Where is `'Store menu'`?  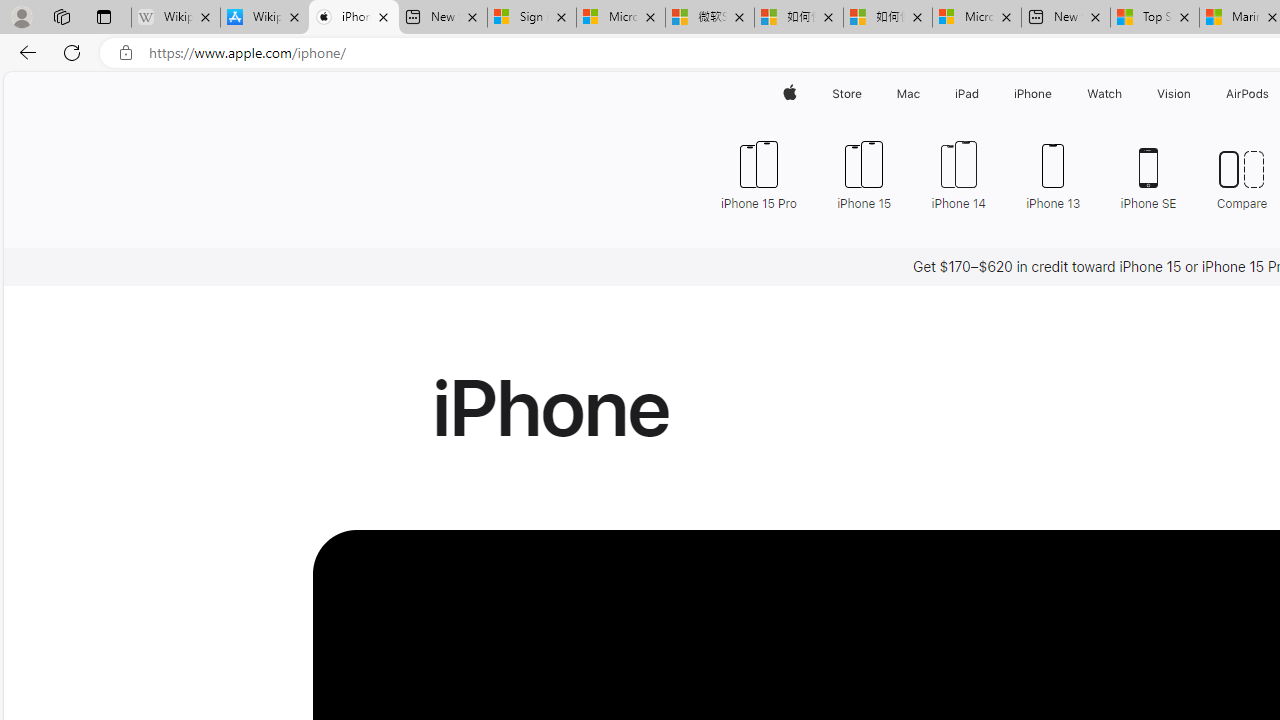 'Store menu' is located at coordinates (865, 93).